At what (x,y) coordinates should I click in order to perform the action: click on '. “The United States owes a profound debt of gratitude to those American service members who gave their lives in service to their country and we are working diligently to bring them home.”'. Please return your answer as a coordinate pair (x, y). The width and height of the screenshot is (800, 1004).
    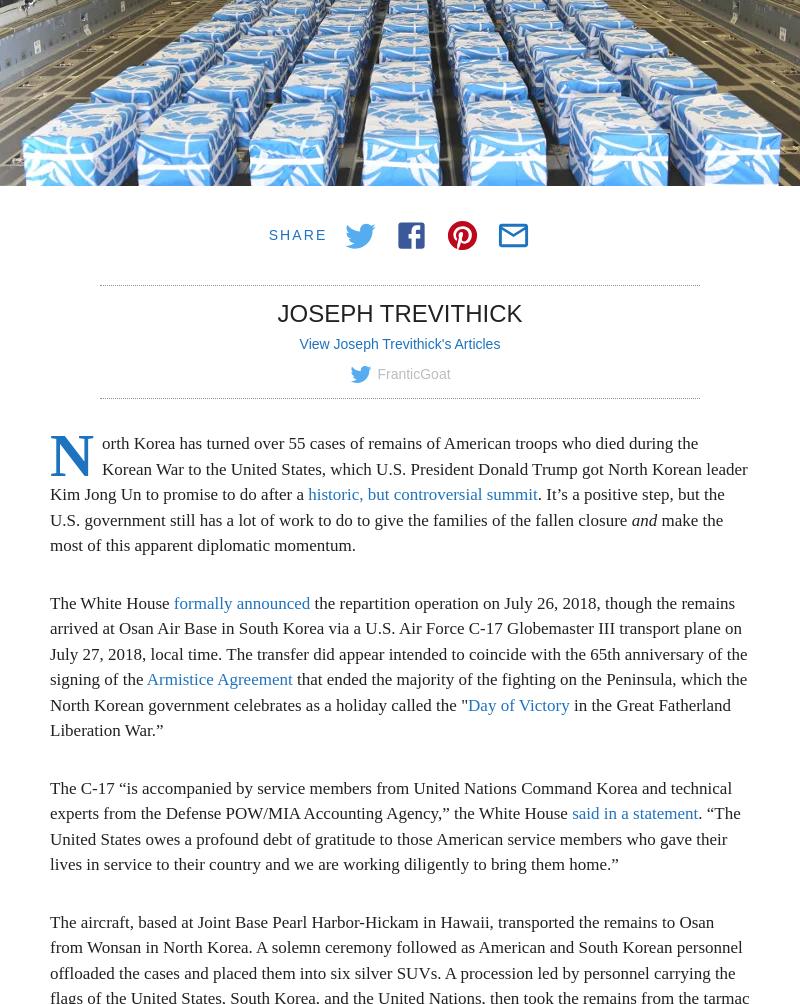
    Looking at the image, I should click on (394, 839).